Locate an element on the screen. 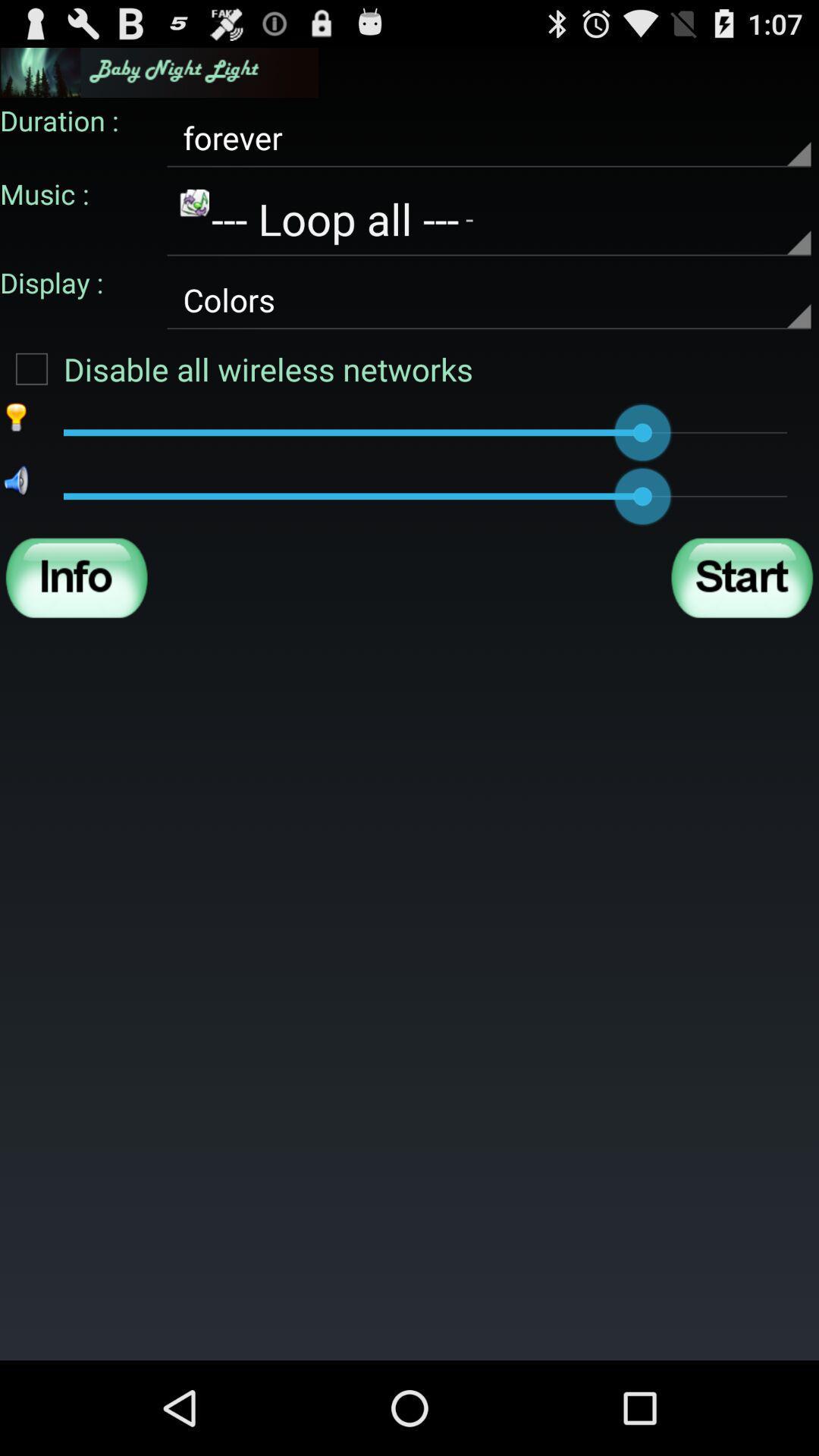 This screenshot has width=819, height=1456. the disable all wireless checkbox is located at coordinates (237, 369).